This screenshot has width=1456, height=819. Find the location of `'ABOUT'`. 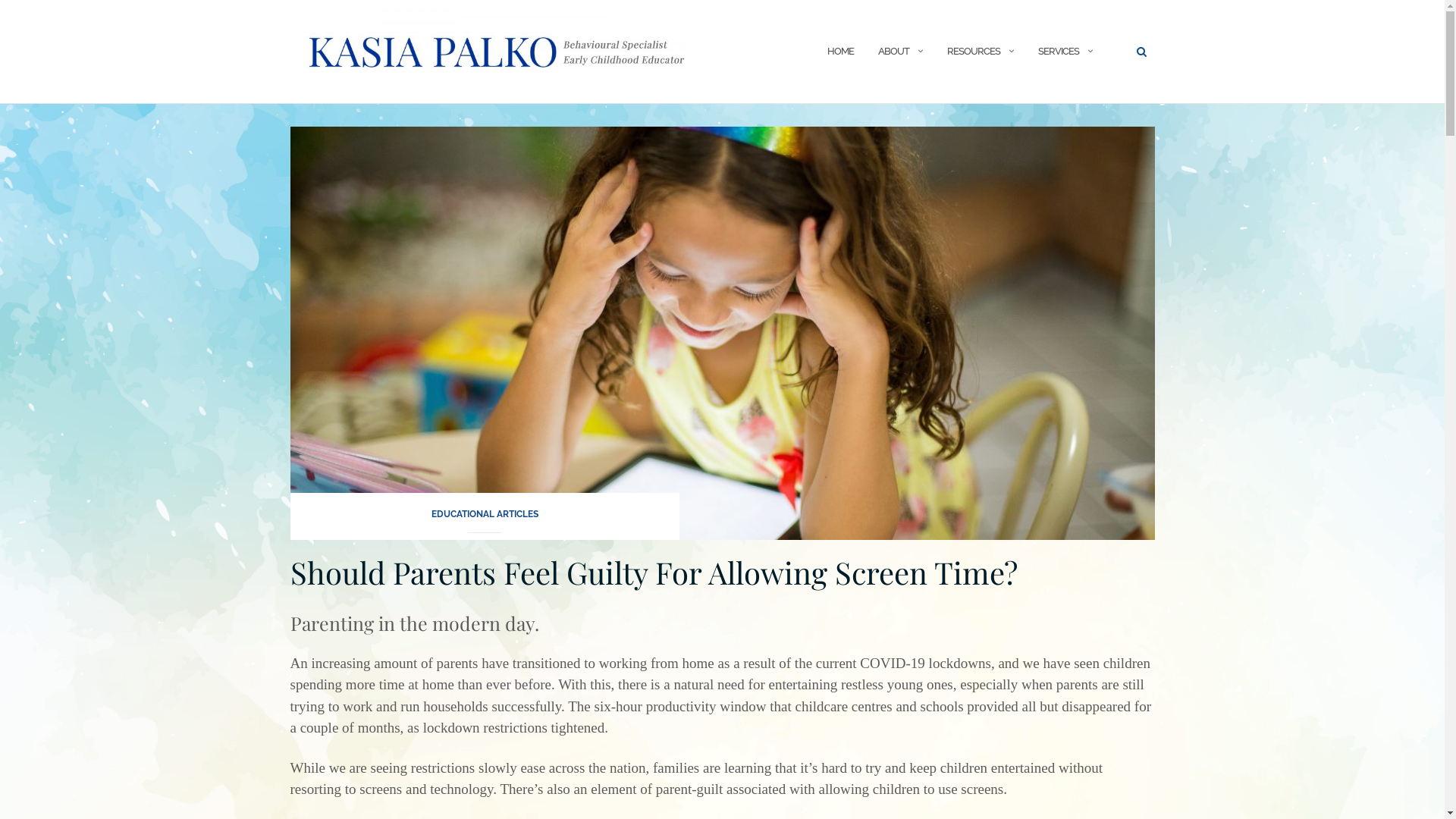

'ABOUT' is located at coordinates (877, 51).